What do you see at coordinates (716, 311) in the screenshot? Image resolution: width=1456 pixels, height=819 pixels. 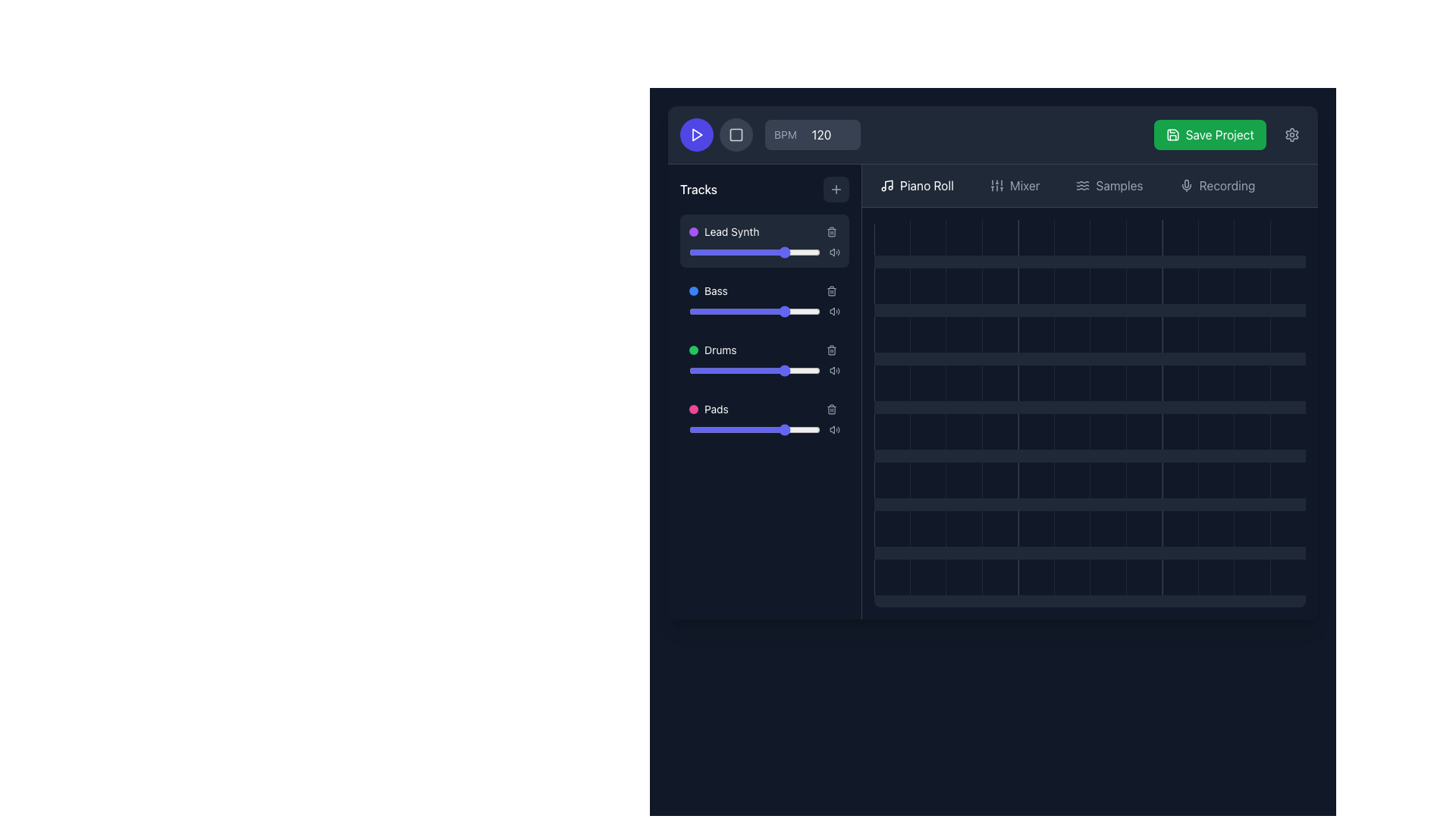 I see `the slider` at bounding box center [716, 311].